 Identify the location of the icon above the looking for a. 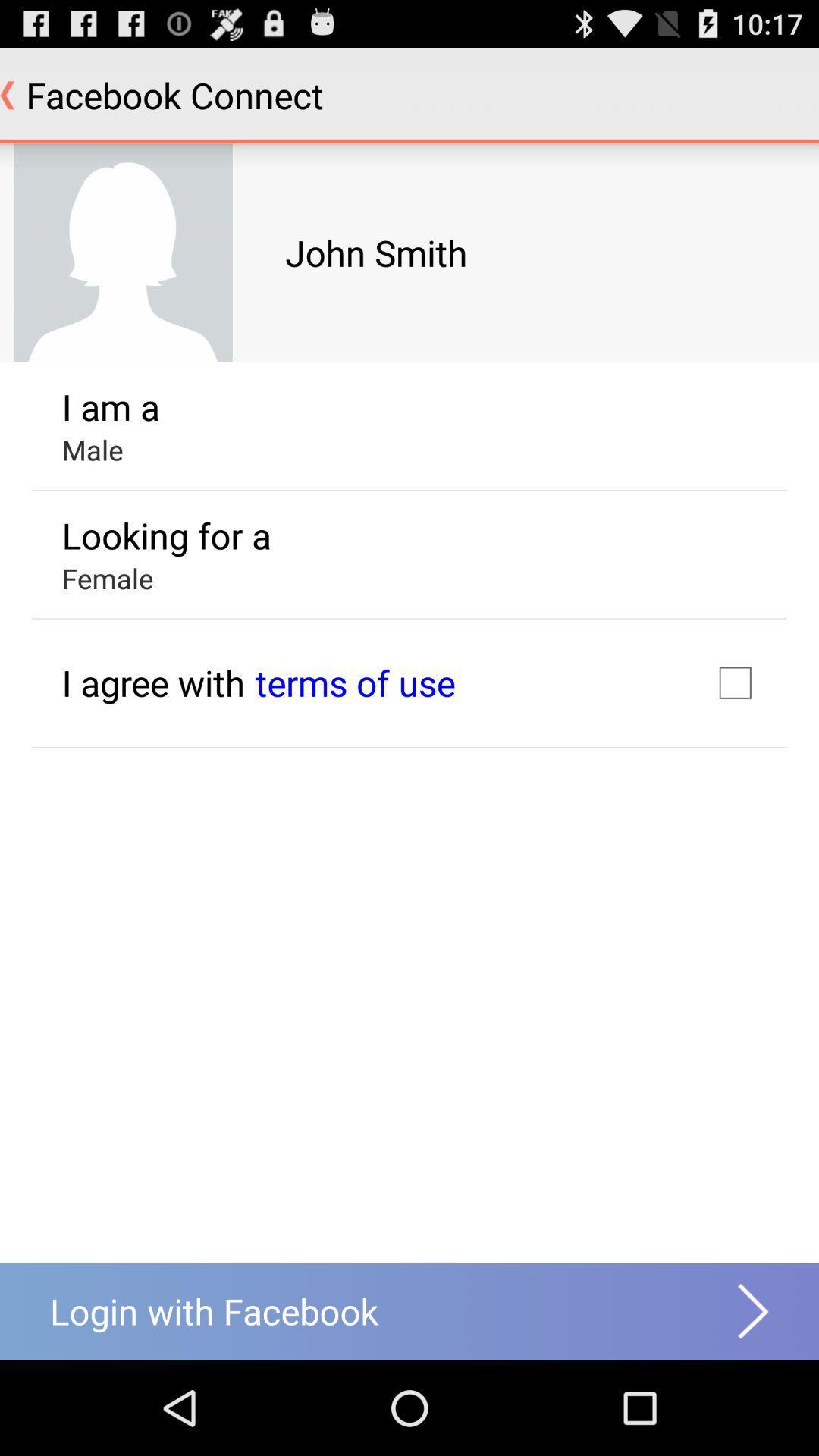
(93, 449).